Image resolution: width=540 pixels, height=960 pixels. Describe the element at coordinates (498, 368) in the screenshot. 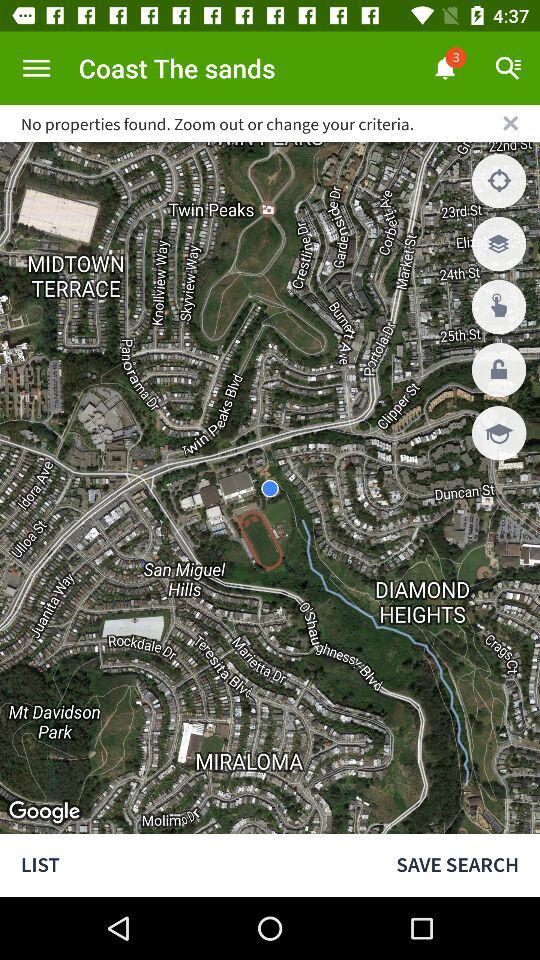

I see `the lock symbol` at that location.